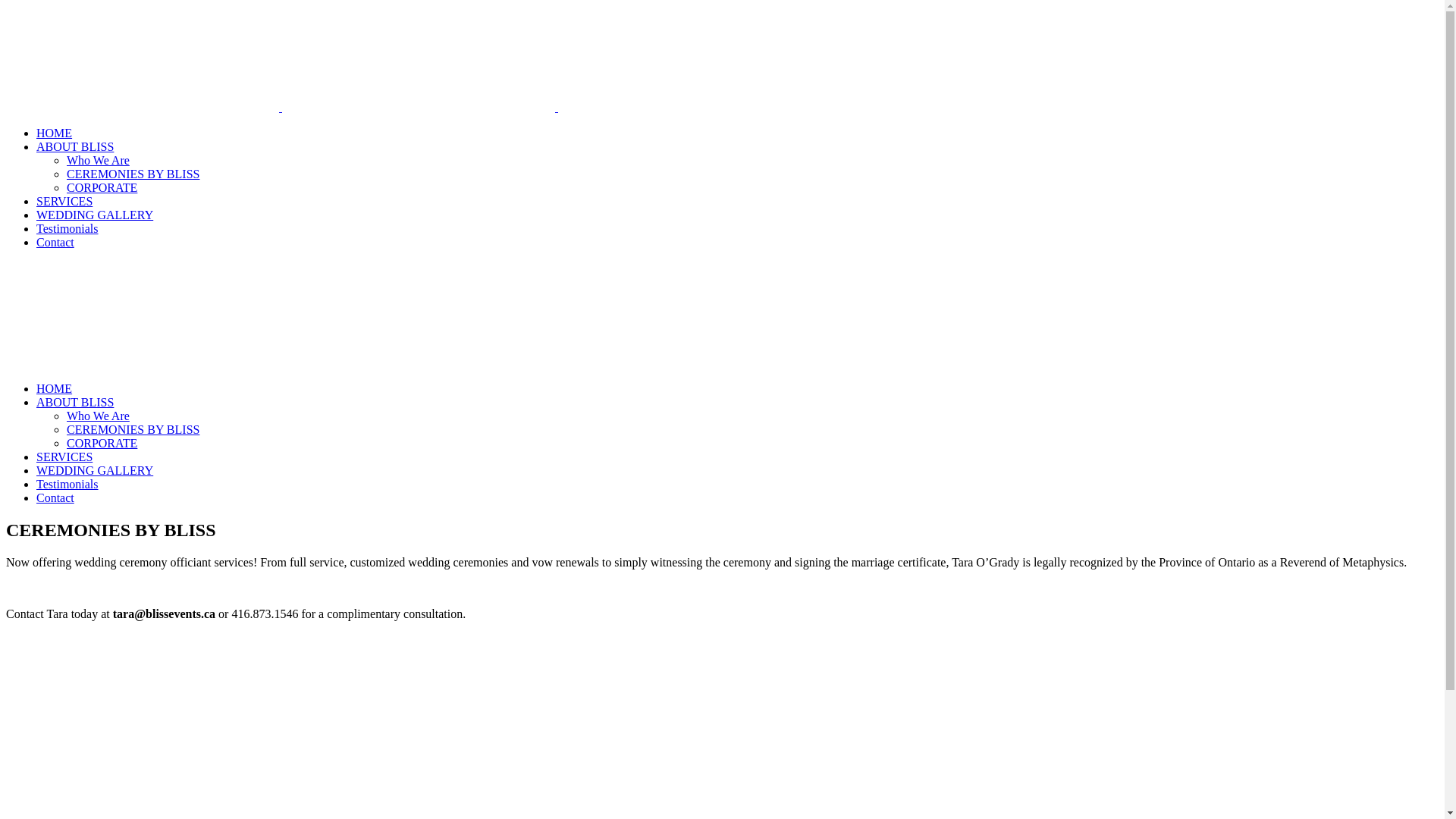 Image resolution: width=1456 pixels, height=819 pixels. I want to click on 'WEDDING GALLERY', so click(36, 215).